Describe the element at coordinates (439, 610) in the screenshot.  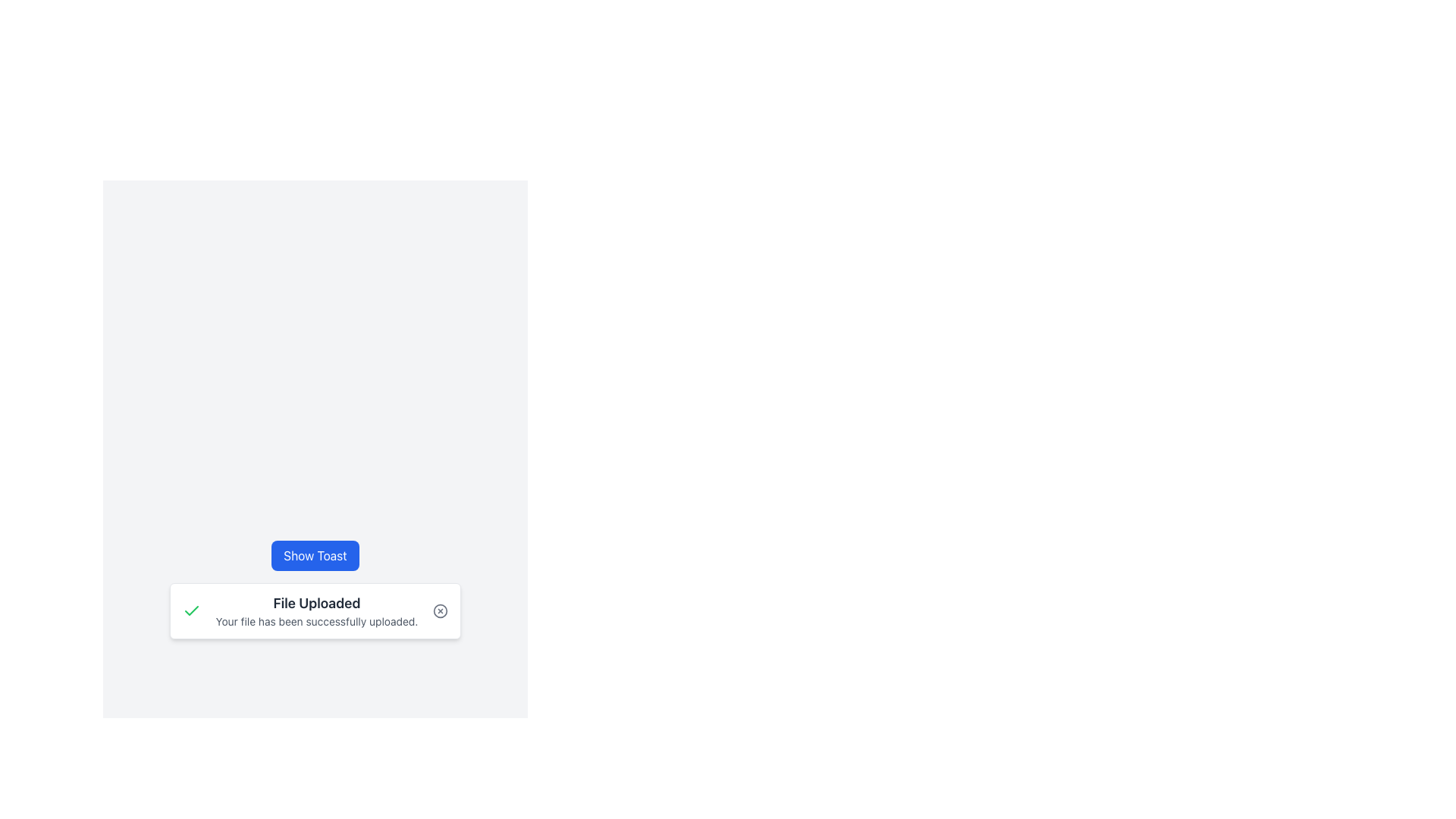
I see `the circular button with a stylized 'X' icon located in the top-right corner of the white card` at that location.